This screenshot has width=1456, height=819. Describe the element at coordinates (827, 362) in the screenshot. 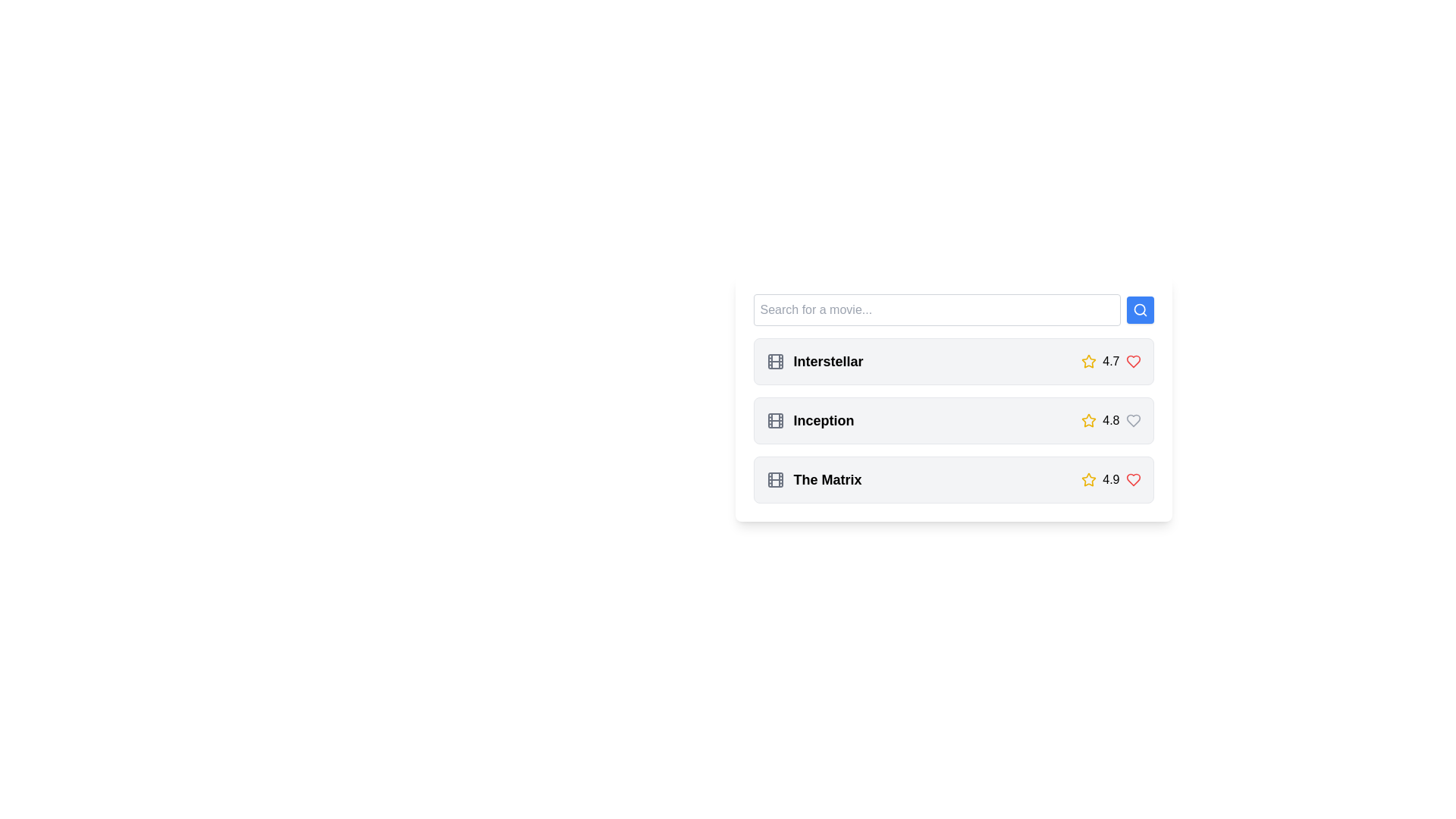

I see `text label 'Interstellar' which is the first item in a vertical list of movie entries, positioned below the search bar with a movie reel icon on the left and rating and heart icons on the right` at that location.